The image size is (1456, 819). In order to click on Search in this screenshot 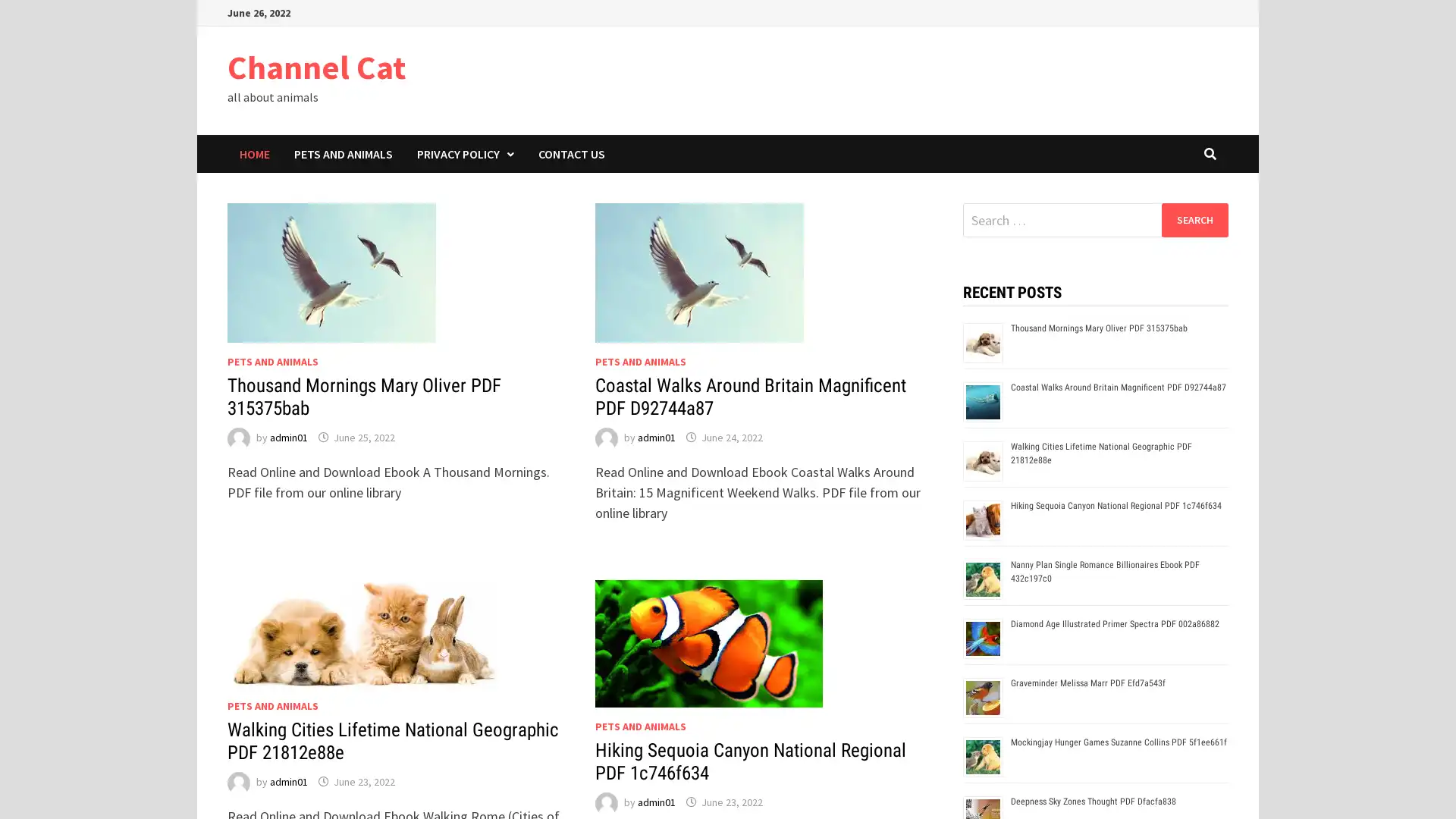, I will do `click(1194, 219)`.